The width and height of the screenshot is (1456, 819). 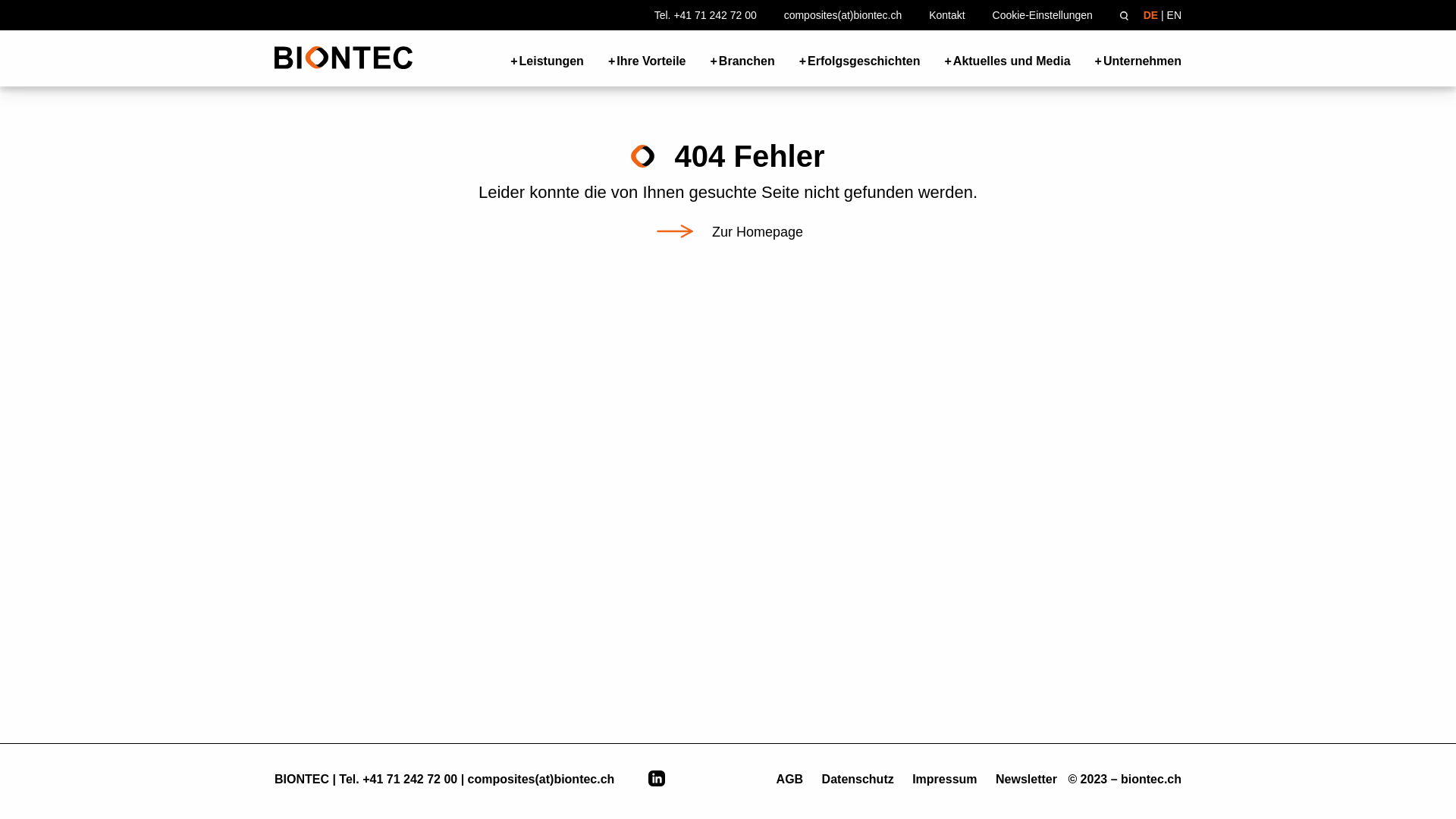 What do you see at coordinates (946, 779) in the screenshot?
I see `'Impressum'` at bounding box center [946, 779].